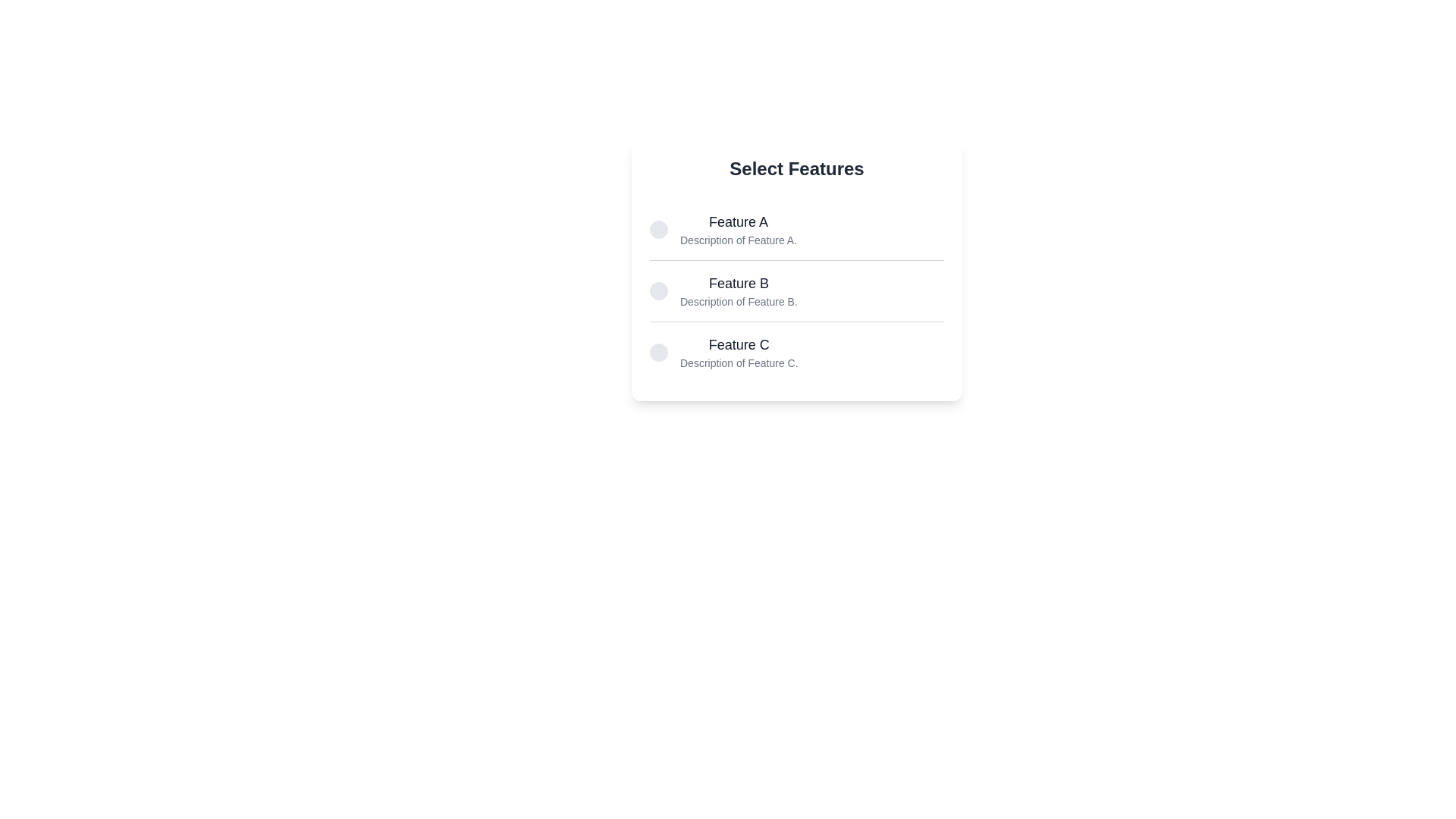 Image resolution: width=1456 pixels, height=819 pixels. What do you see at coordinates (739, 239) in the screenshot?
I see `the Text label that provides additional descriptive information about 'Feature A'` at bounding box center [739, 239].